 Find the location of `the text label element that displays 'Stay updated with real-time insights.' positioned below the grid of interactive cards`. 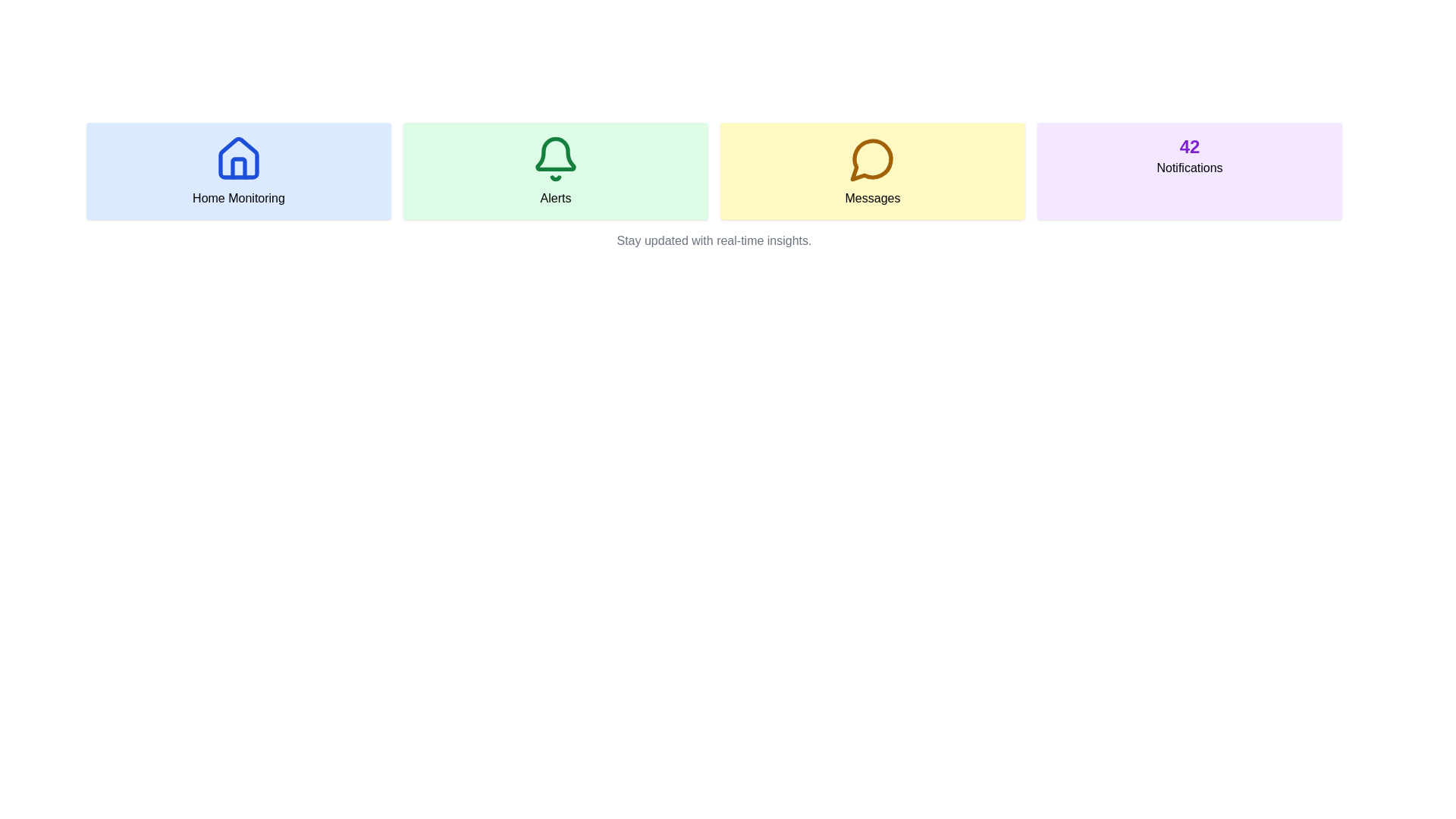

the text label element that displays 'Stay updated with real-time insights.' positioned below the grid of interactive cards is located at coordinates (713, 240).